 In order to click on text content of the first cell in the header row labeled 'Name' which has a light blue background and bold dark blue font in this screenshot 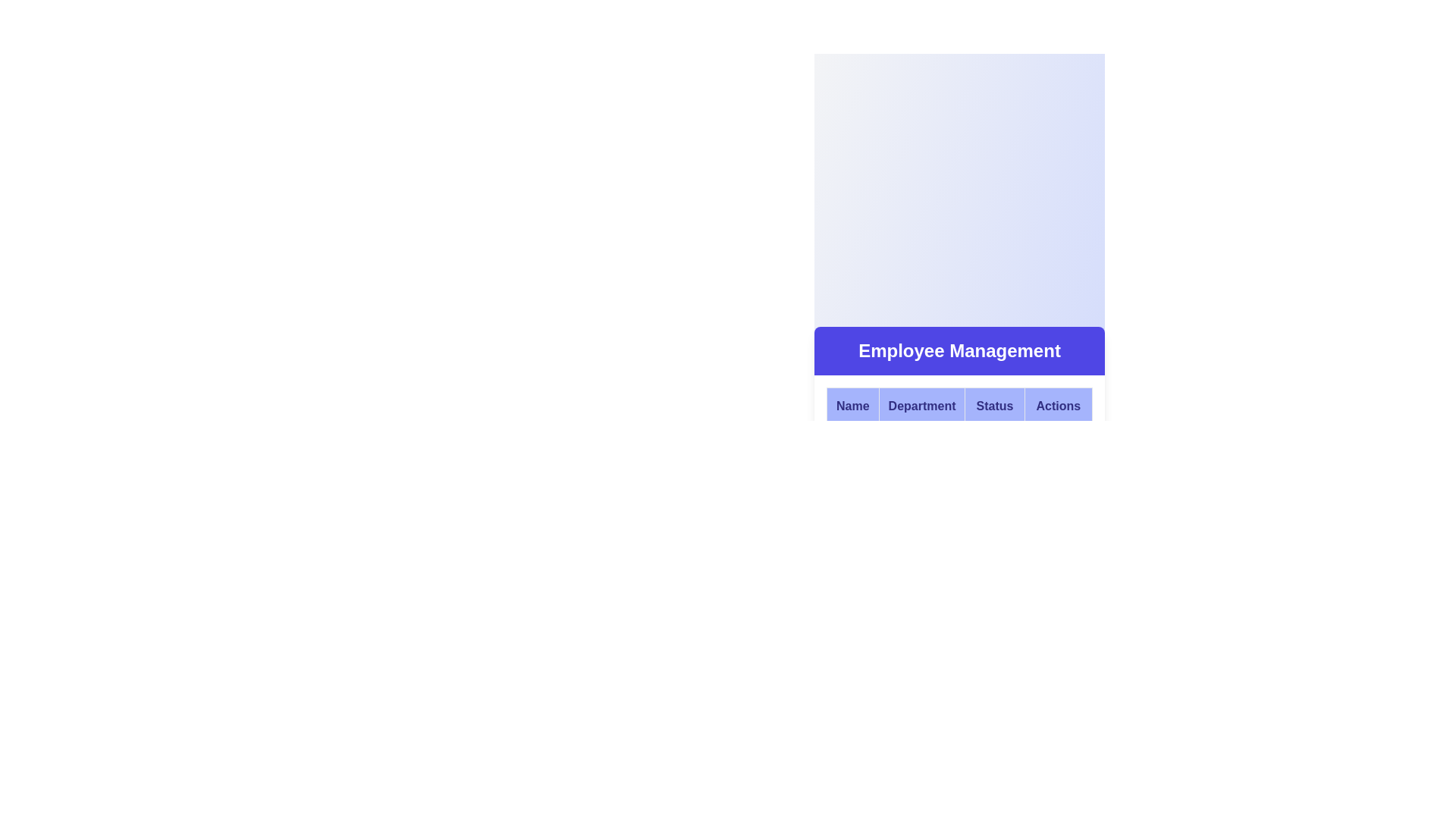, I will do `click(852, 405)`.